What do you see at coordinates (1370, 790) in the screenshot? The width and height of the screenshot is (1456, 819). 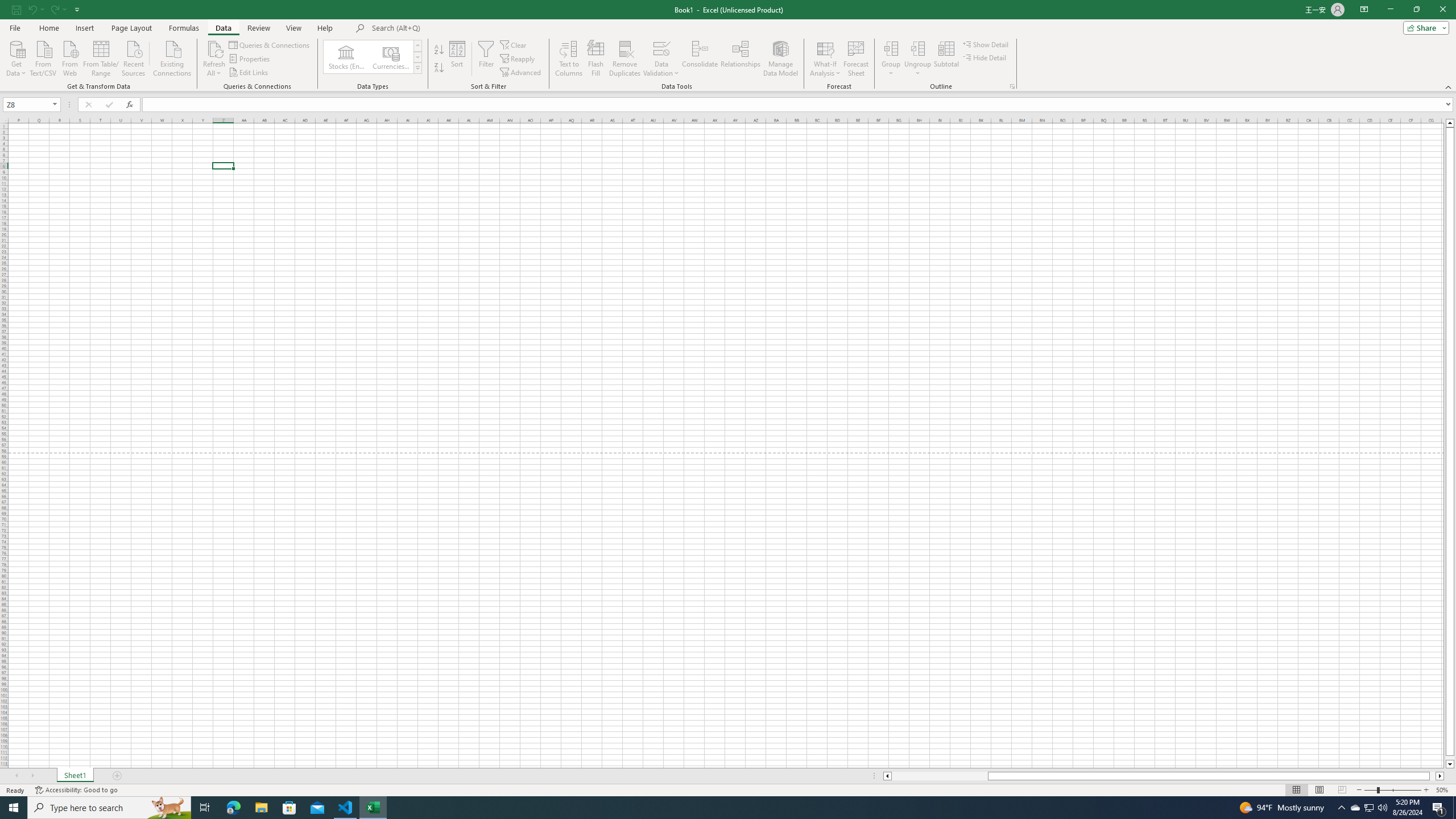 I see `'Zoom Out'` at bounding box center [1370, 790].